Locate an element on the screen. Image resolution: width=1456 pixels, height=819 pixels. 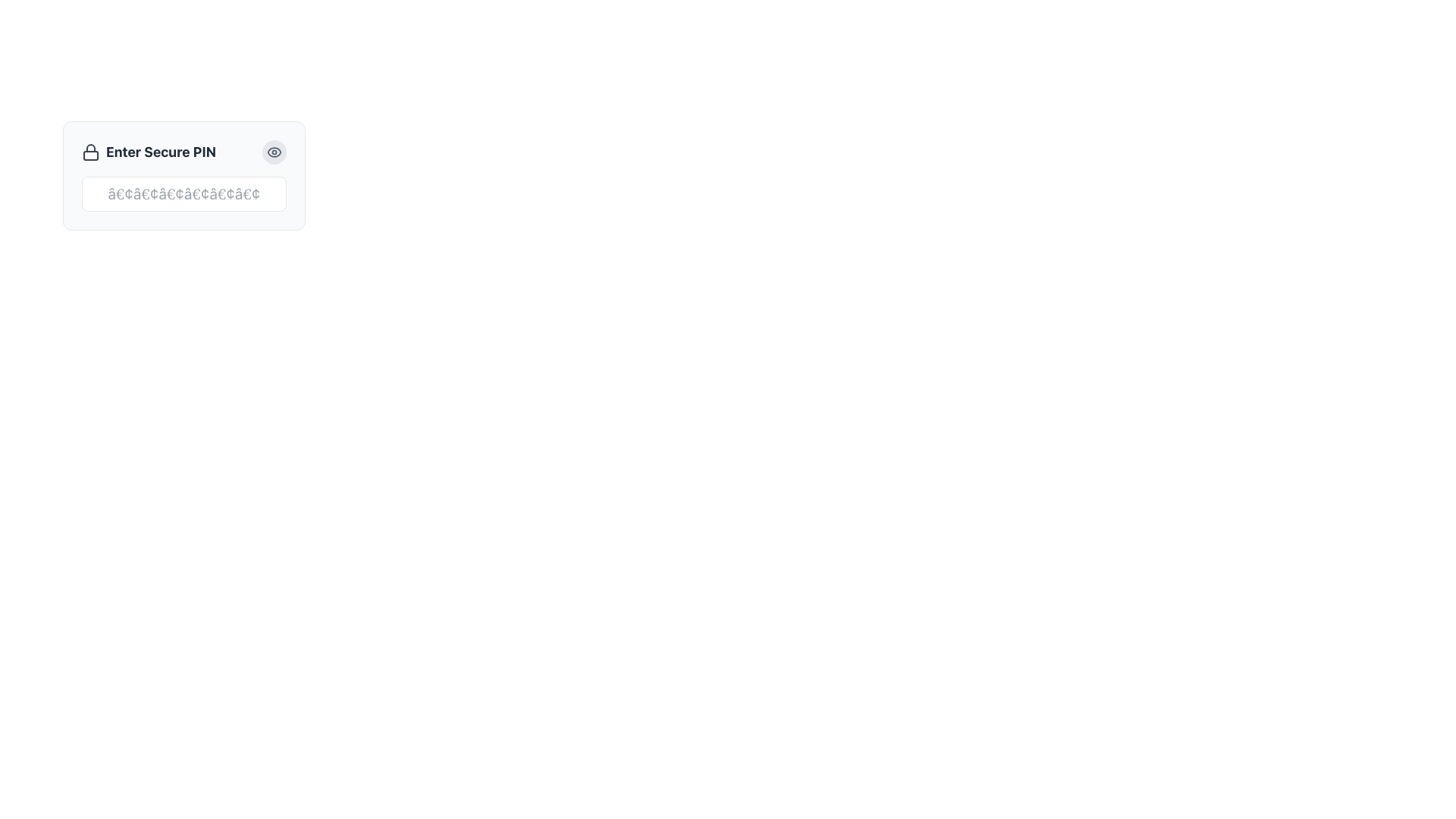
the 'Eye' icon located in the top-right corner of the PIN entry field card, next to the label 'Enter Secure PIN' is located at coordinates (274, 152).